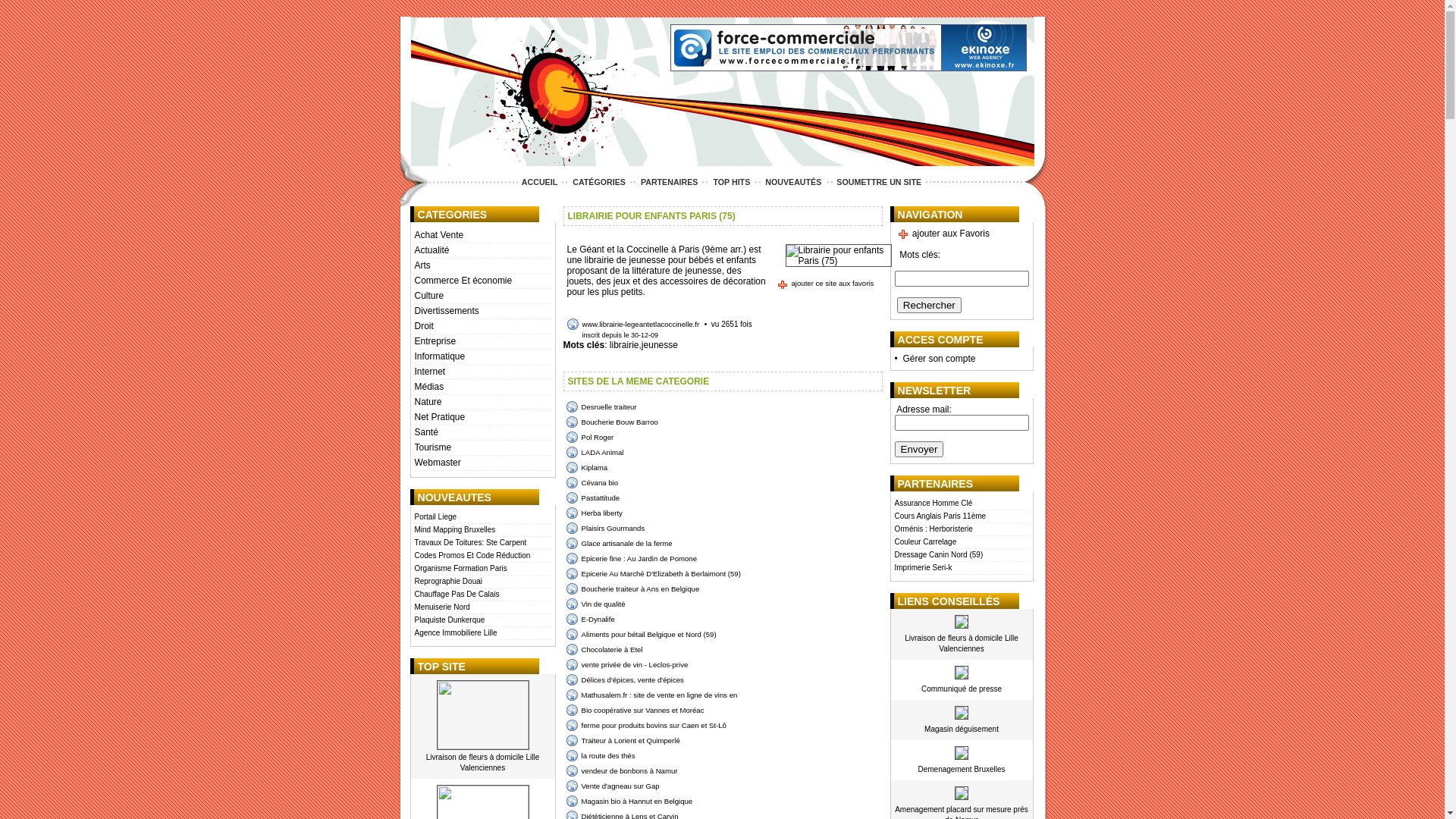 The width and height of the screenshot is (1456, 819). Describe the element at coordinates (481, 462) in the screenshot. I see `'Webmaster'` at that location.